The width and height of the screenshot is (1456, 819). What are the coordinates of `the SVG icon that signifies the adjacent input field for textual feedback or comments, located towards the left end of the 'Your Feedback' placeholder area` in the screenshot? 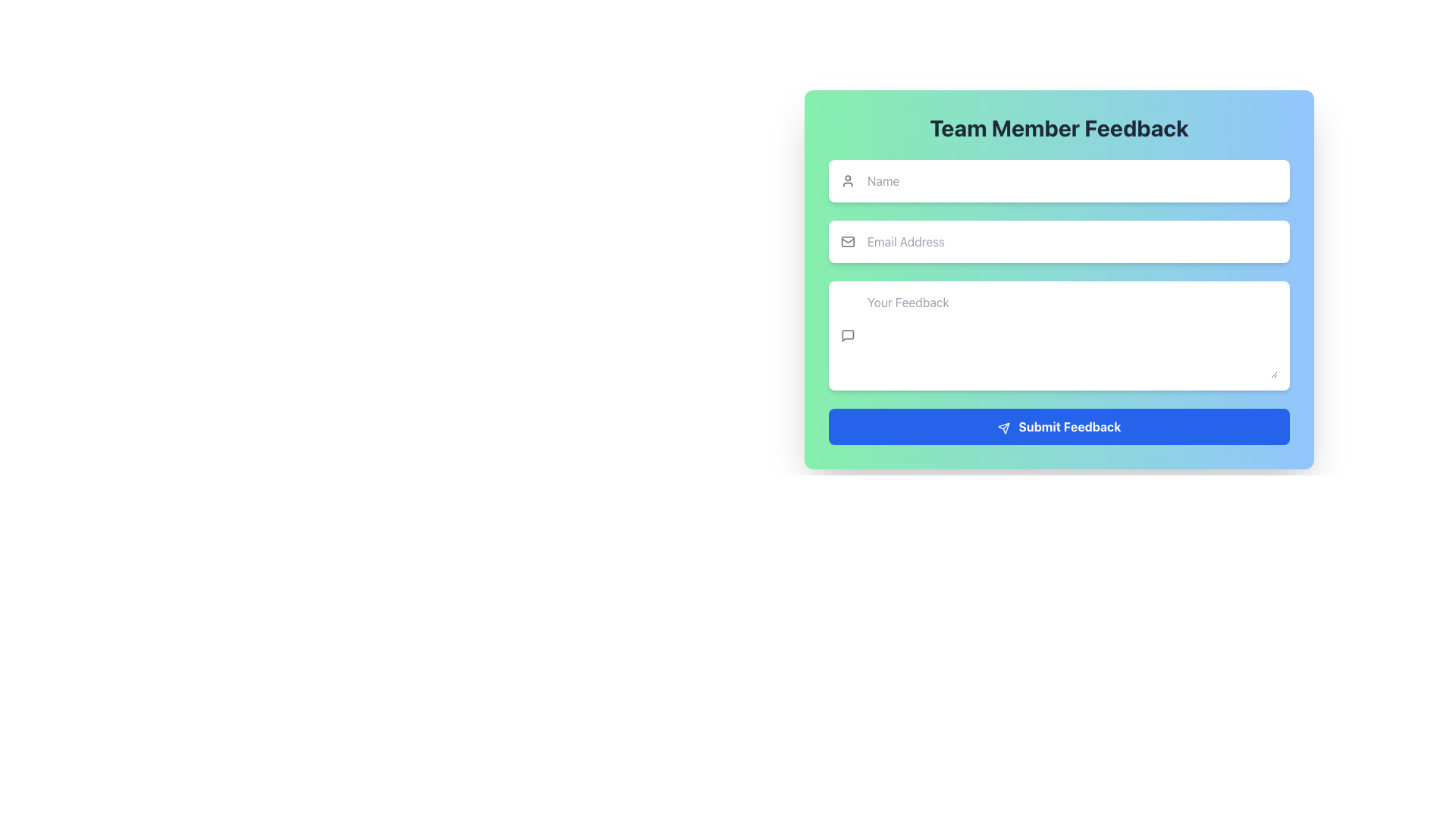 It's located at (847, 335).